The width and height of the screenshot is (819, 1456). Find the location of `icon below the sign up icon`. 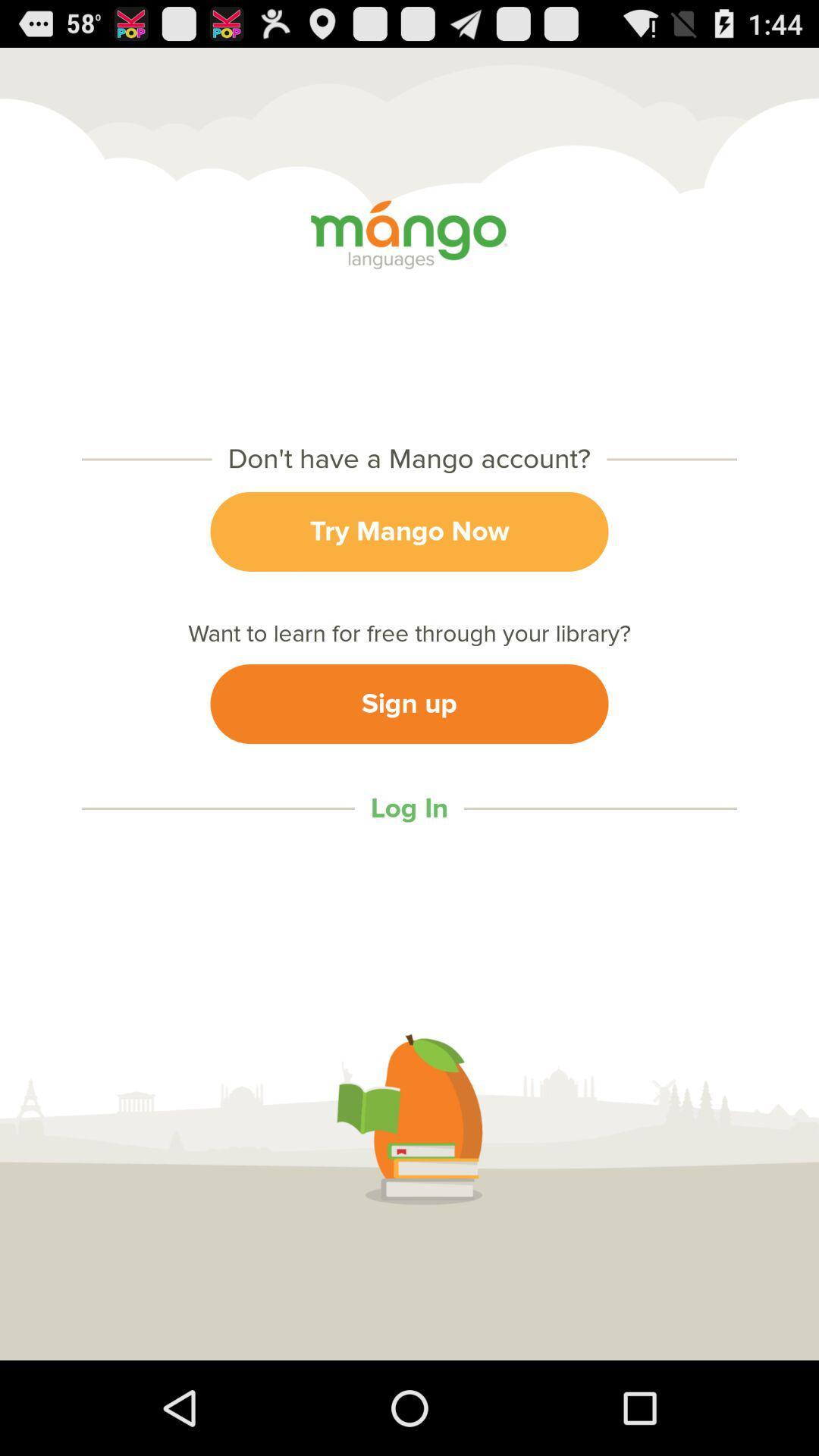

icon below the sign up icon is located at coordinates (409, 808).